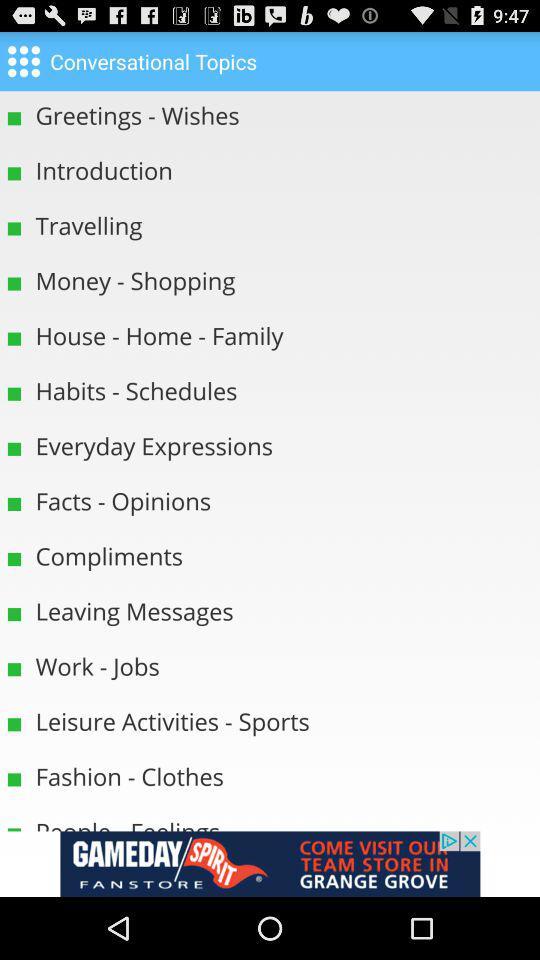 The image size is (540, 960). What do you see at coordinates (22, 59) in the screenshot?
I see `icon` at bounding box center [22, 59].